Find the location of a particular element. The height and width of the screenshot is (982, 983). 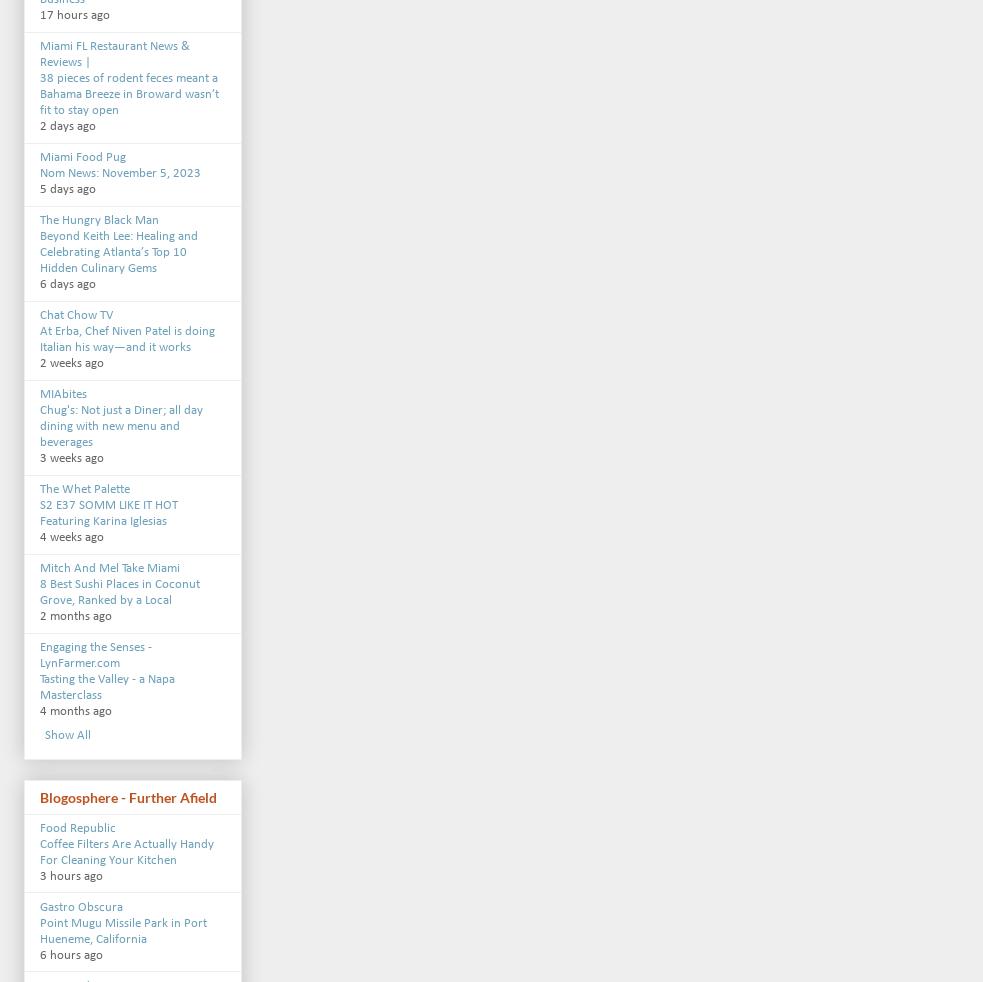

'3 hours ago' is located at coordinates (70, 875).